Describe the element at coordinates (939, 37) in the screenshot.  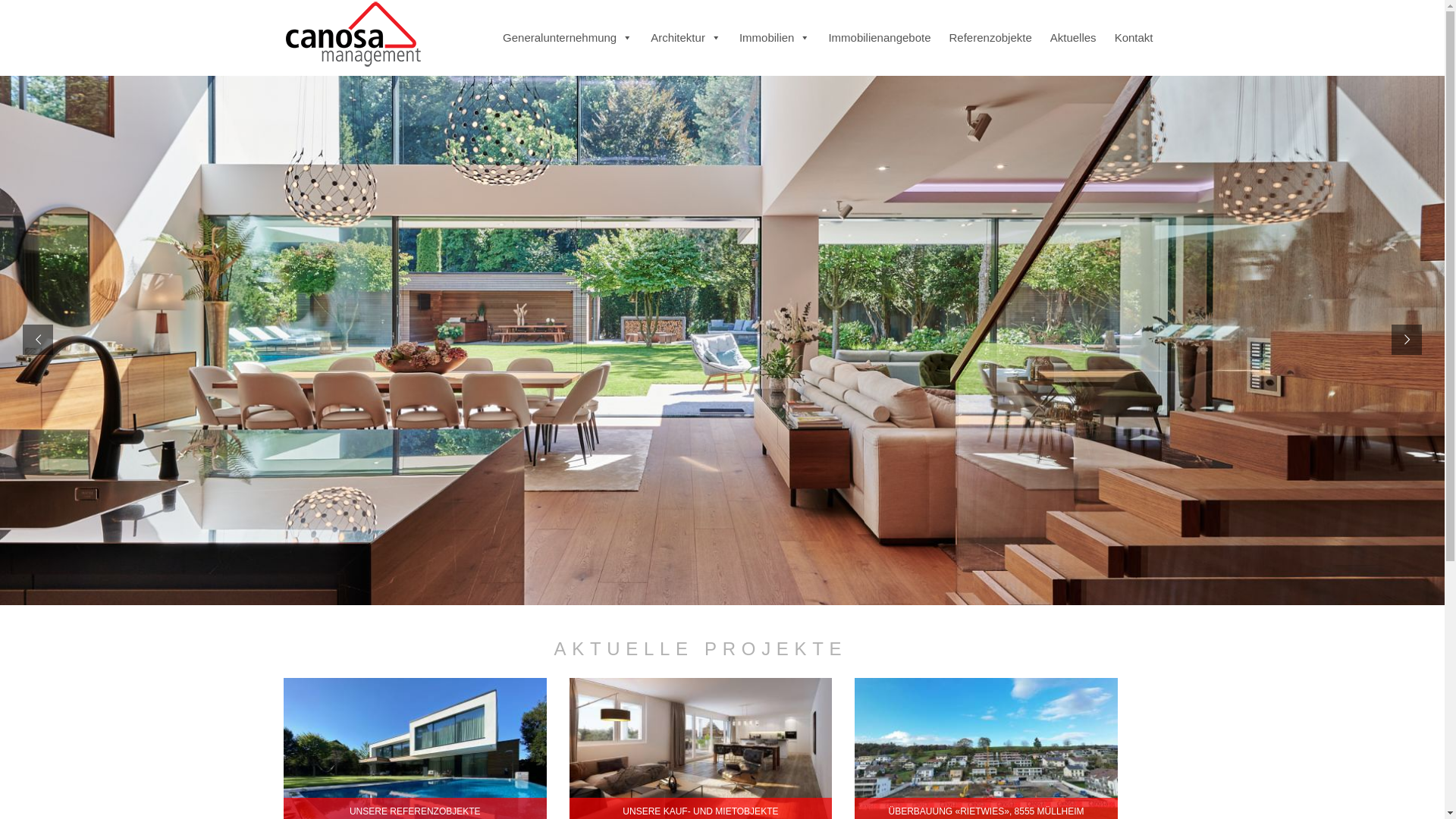
I see `'Referenzobjekte'` at that location.